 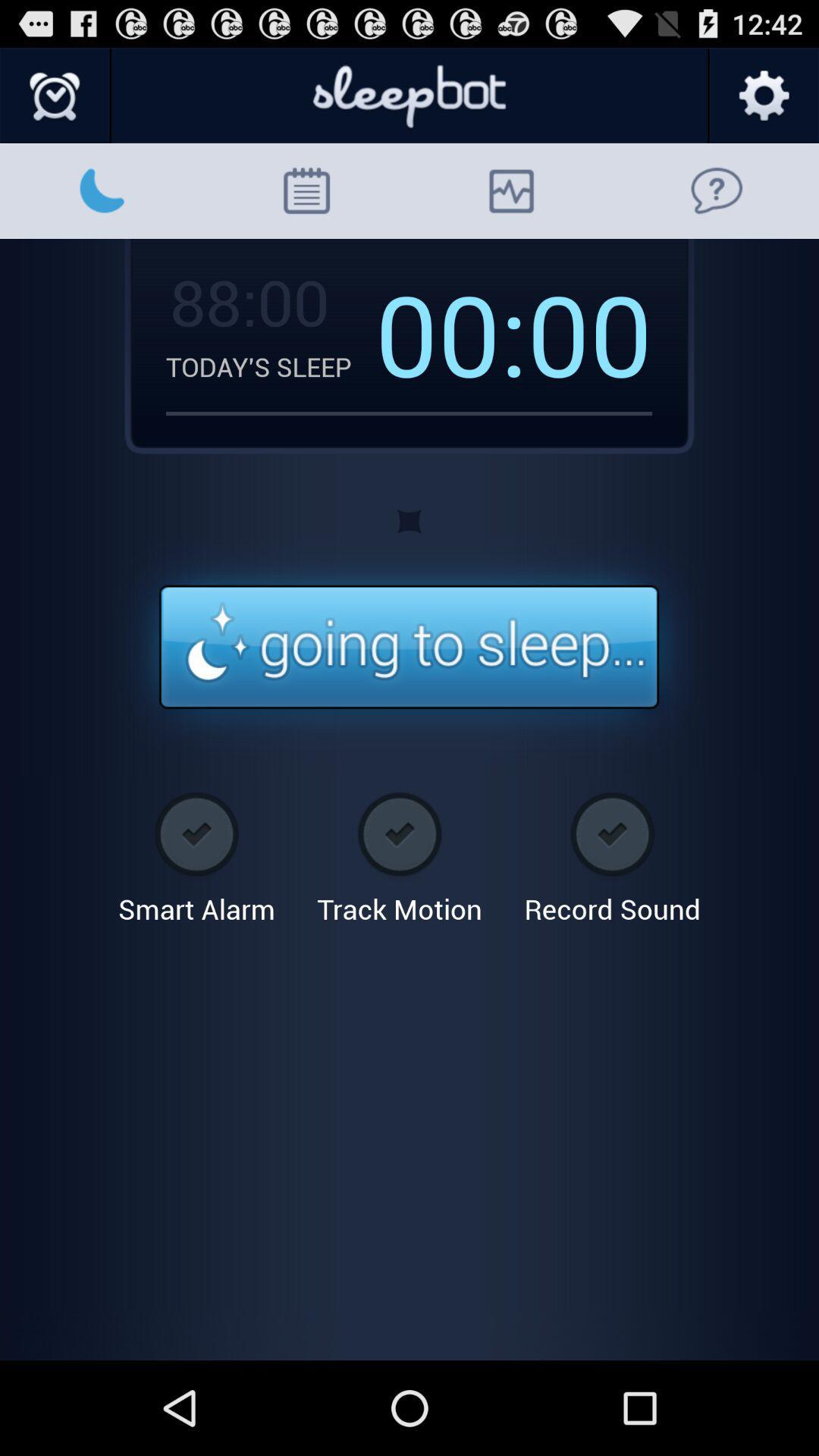 I want to click on icon to the left of track motion icon, so click(x=196, y=852).